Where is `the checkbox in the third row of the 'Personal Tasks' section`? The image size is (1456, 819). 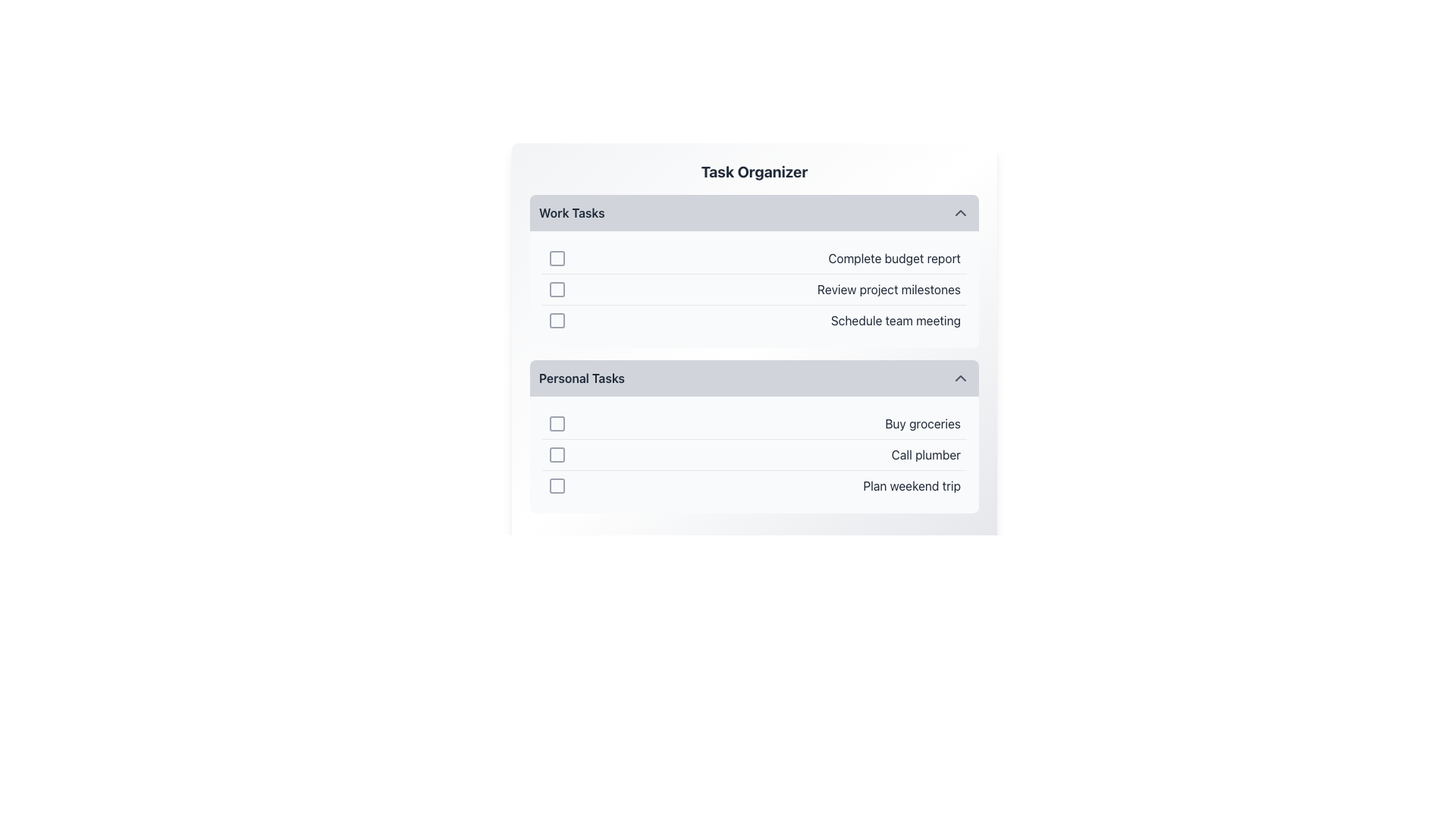 the checkbox in the third row of the 'Personal Tasks' section is located at coordinates (556, 485).